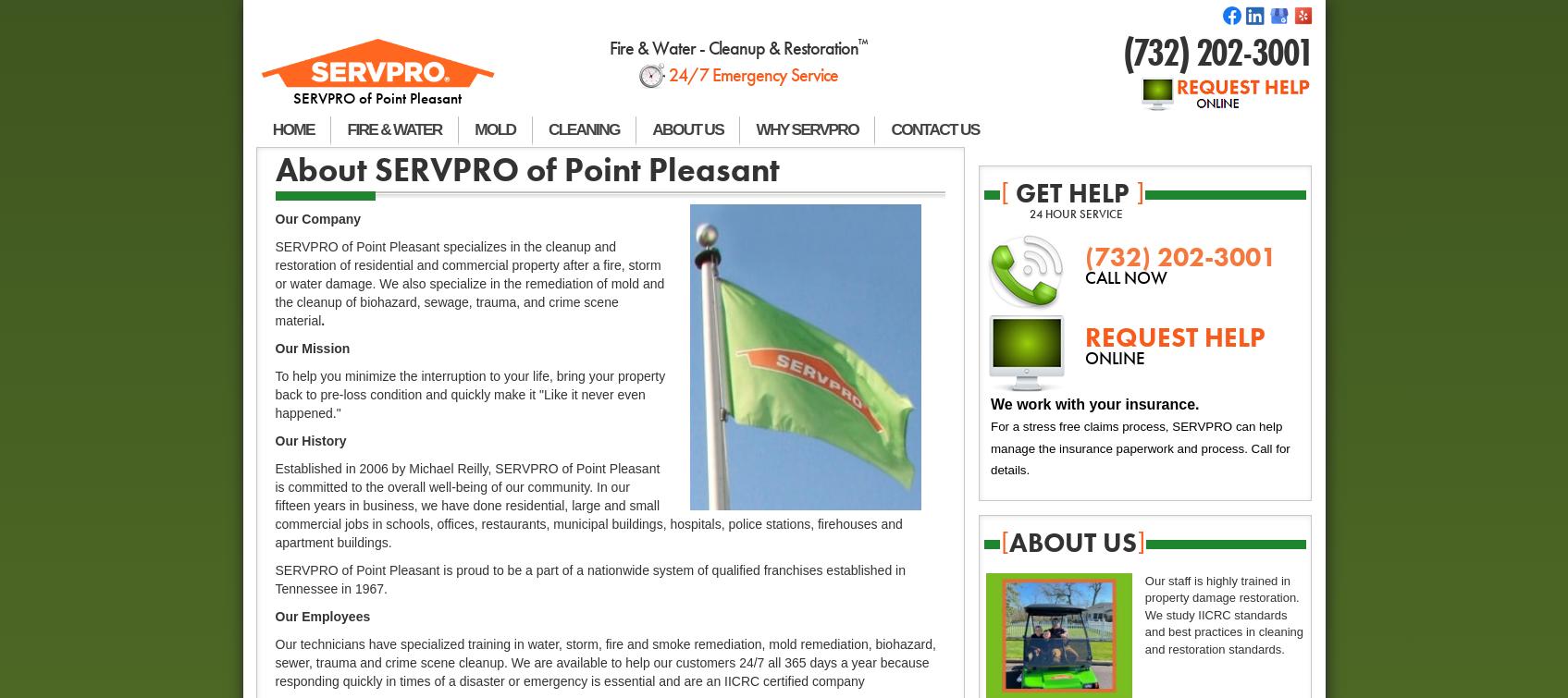 Image resolution: width=1568 pixels, height=698 pixels. I want to click on 'Our technicians have specialized training in water, storm, fire and smoke remediation, mold remediation, biohazard, sewer, trauma and crime scene cleanup. We are available to help our customers 24/7 all 365 days a year because responding quickly in times of a disaster or emergency is essential and are an IICRC certified company', so click(604, 662).